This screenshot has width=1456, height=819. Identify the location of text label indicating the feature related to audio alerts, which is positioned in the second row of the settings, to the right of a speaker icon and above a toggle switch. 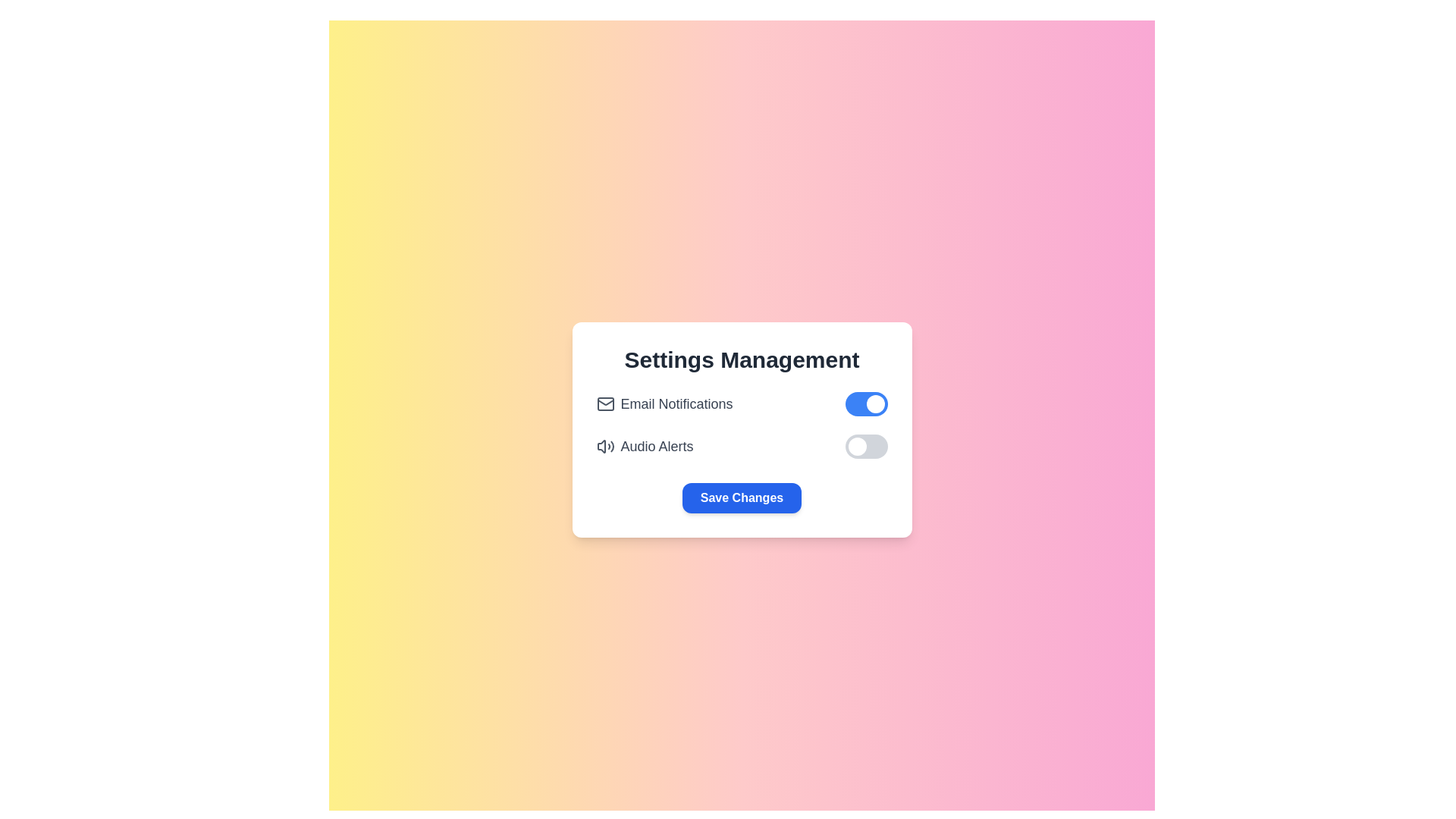
(657, 446).